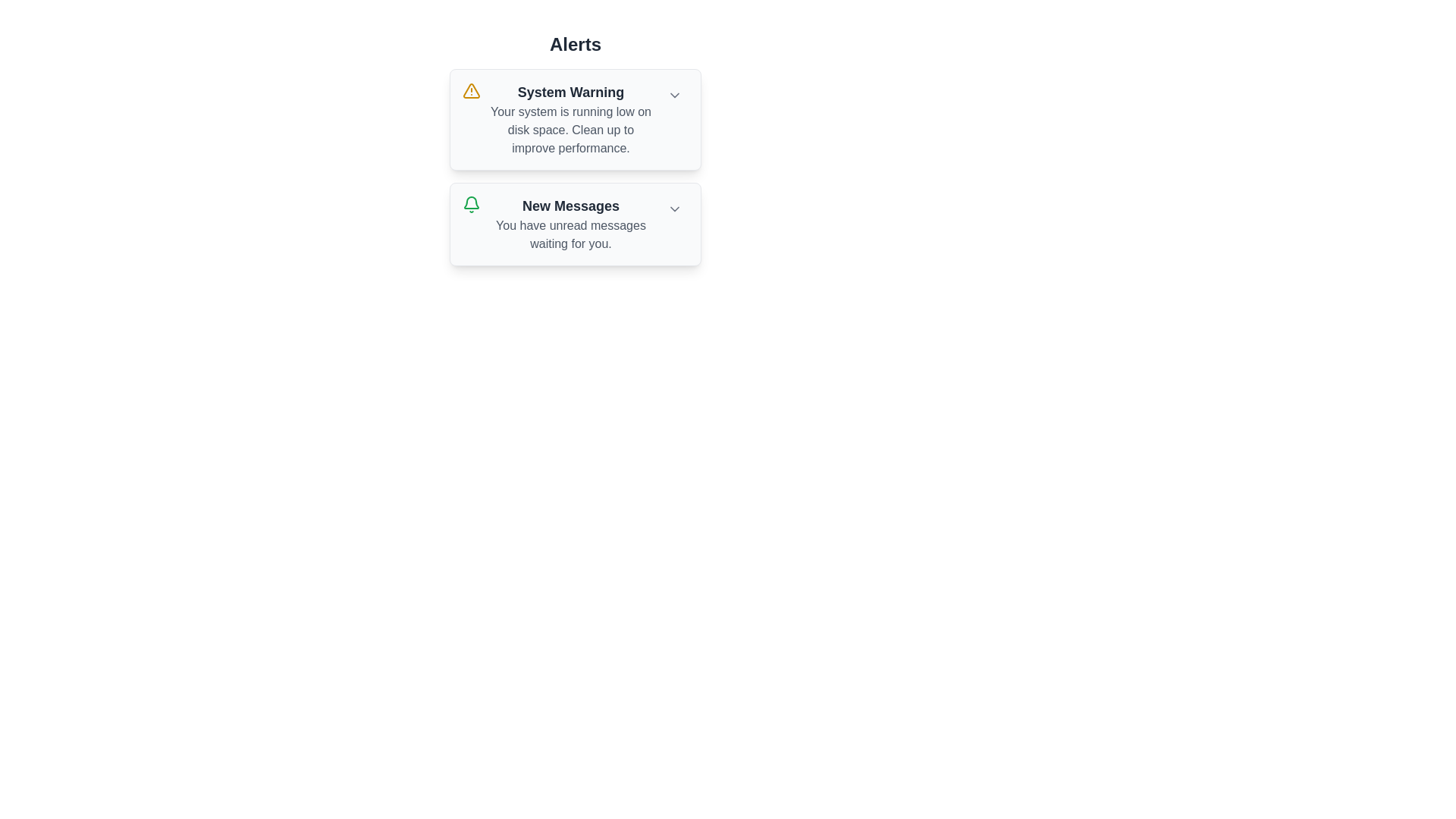 This screenshot has width=1456, height=819. What do you see at coordinates (490, 82) in the screenshot?
I see `the text of the alert and copy it to the clipboard` at bounding box center [490, 82].